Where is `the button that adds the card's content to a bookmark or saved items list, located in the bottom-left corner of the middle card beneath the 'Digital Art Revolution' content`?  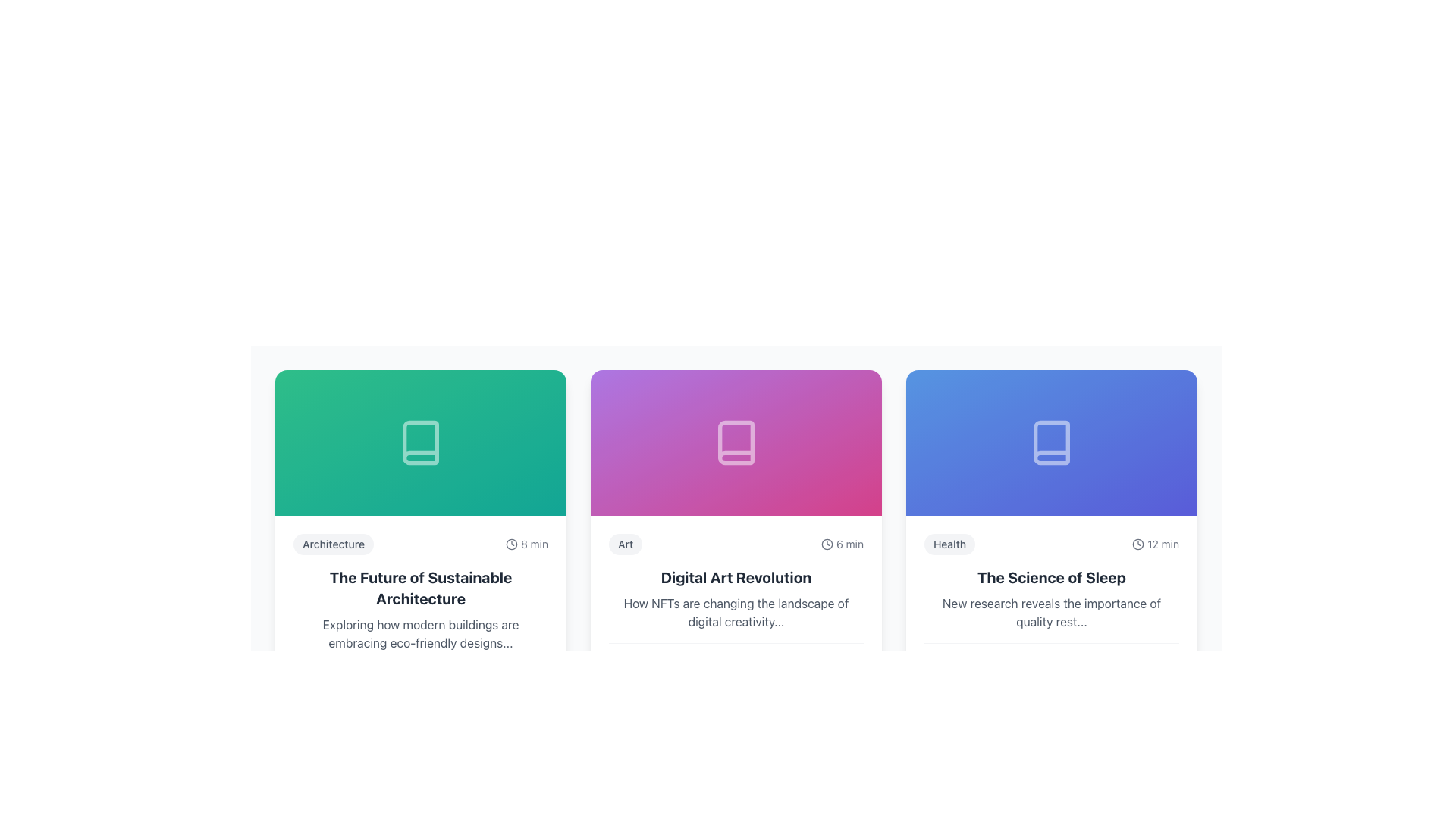 the button that adds the card's content to a bookmark or saved items list, located in the bottom-left corner of the middle card beneath the 'Digital Art Revolution' content is located at coordinates (622, 669).